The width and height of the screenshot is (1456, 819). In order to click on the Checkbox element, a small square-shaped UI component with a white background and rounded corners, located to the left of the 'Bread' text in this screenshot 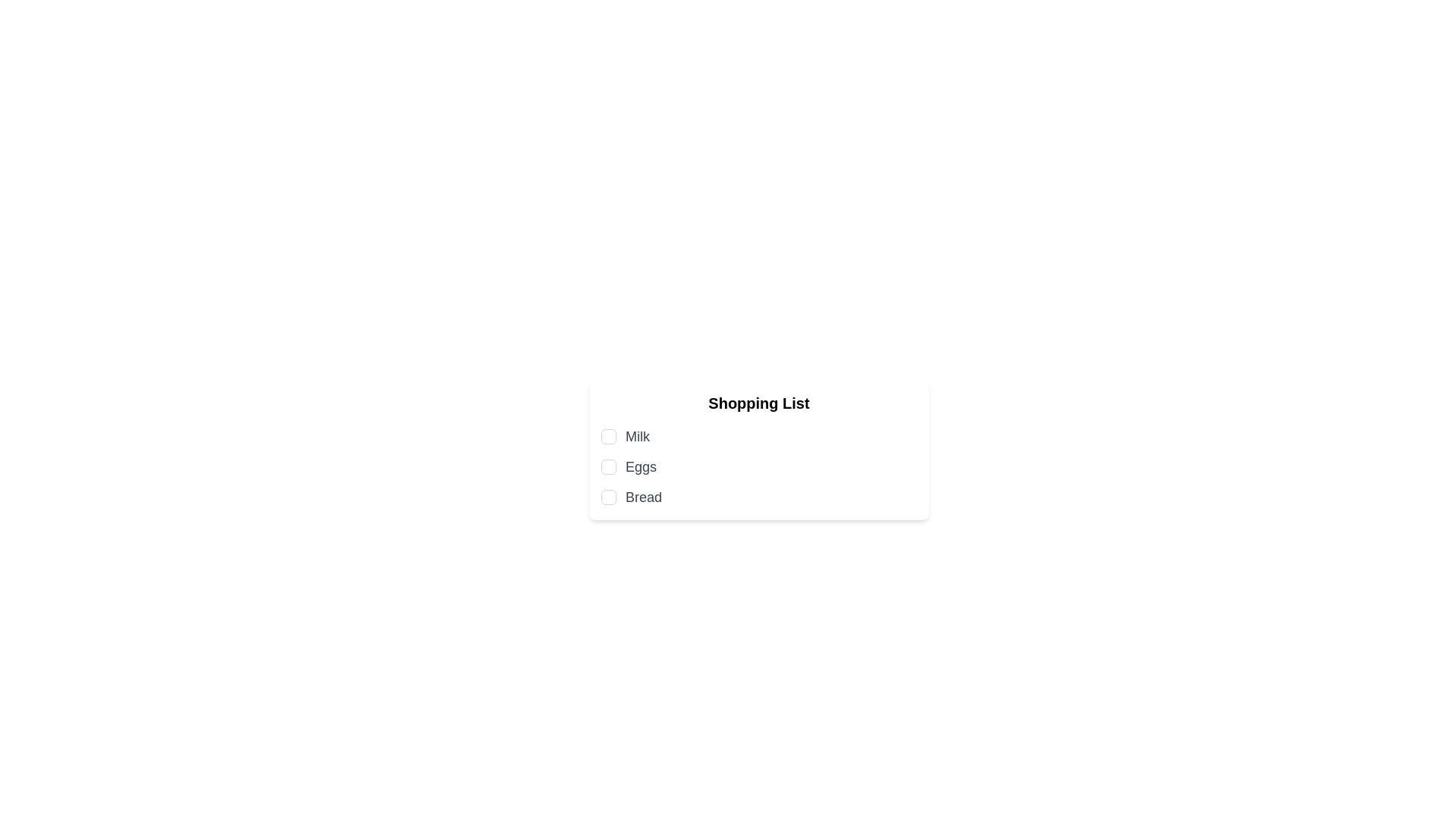, I will do `click(608, 497)`.